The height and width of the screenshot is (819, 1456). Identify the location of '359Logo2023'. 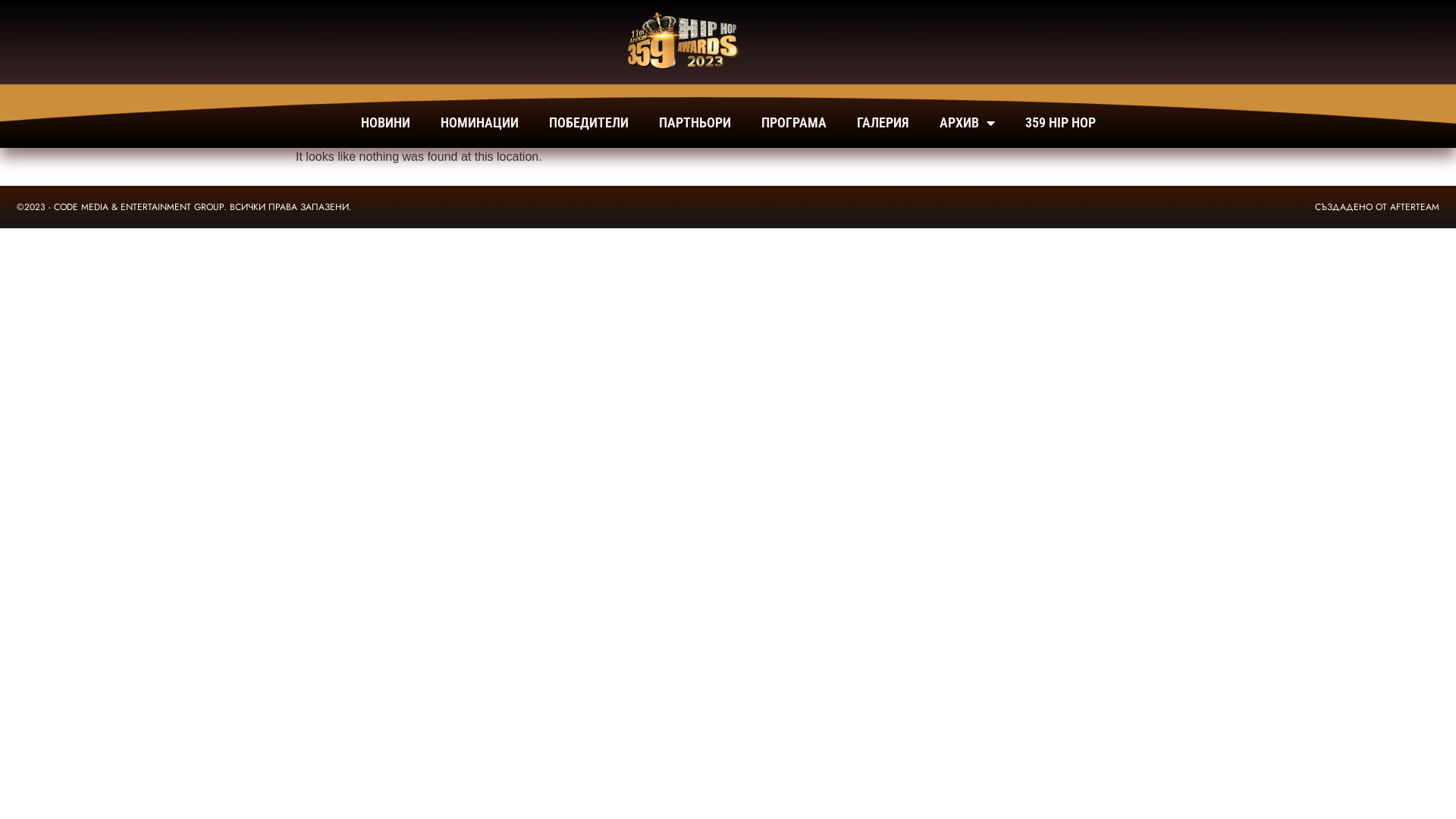
(677, 42).